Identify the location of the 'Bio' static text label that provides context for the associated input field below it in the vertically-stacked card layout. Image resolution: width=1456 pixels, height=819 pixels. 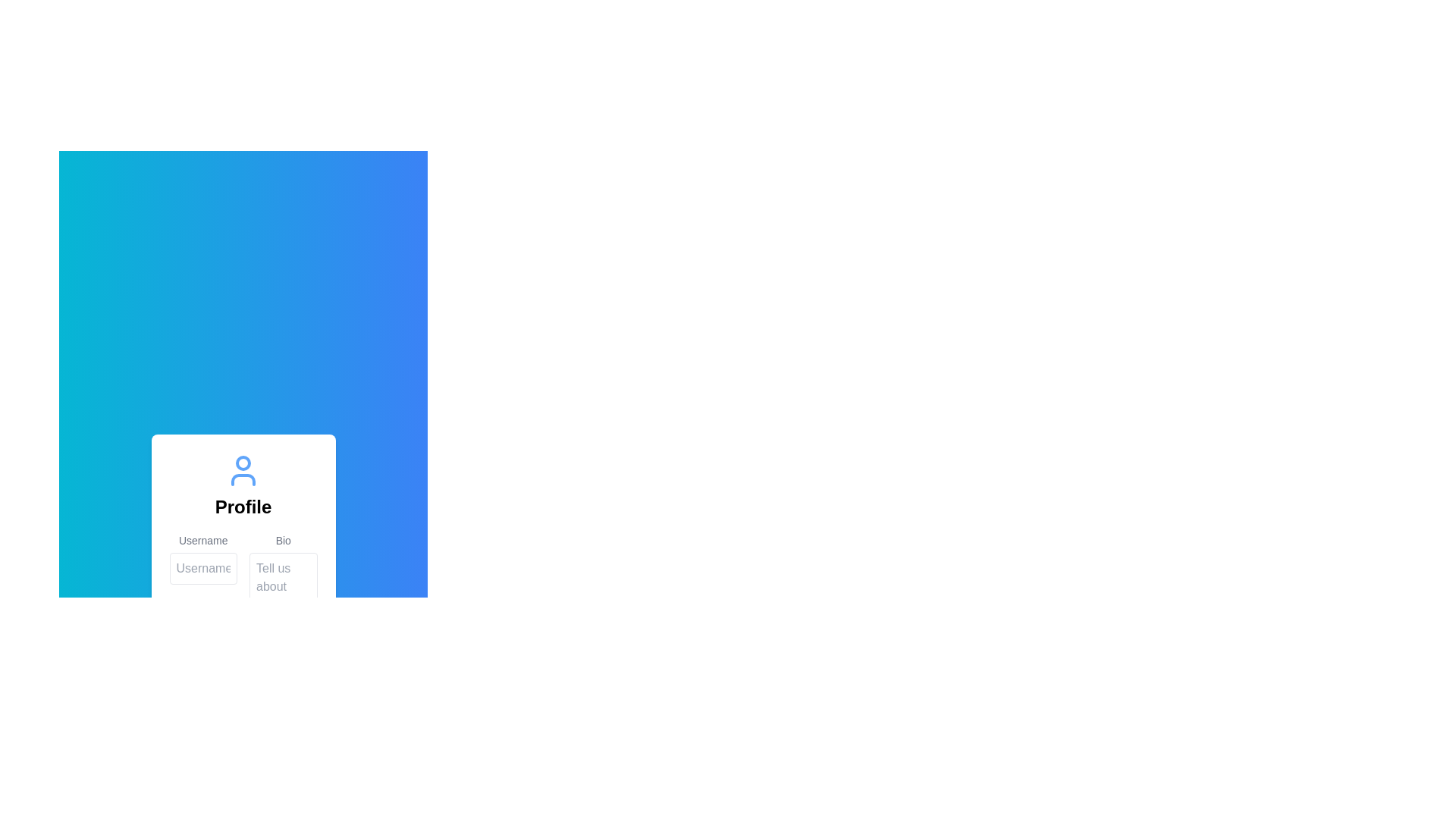
(283, 539).